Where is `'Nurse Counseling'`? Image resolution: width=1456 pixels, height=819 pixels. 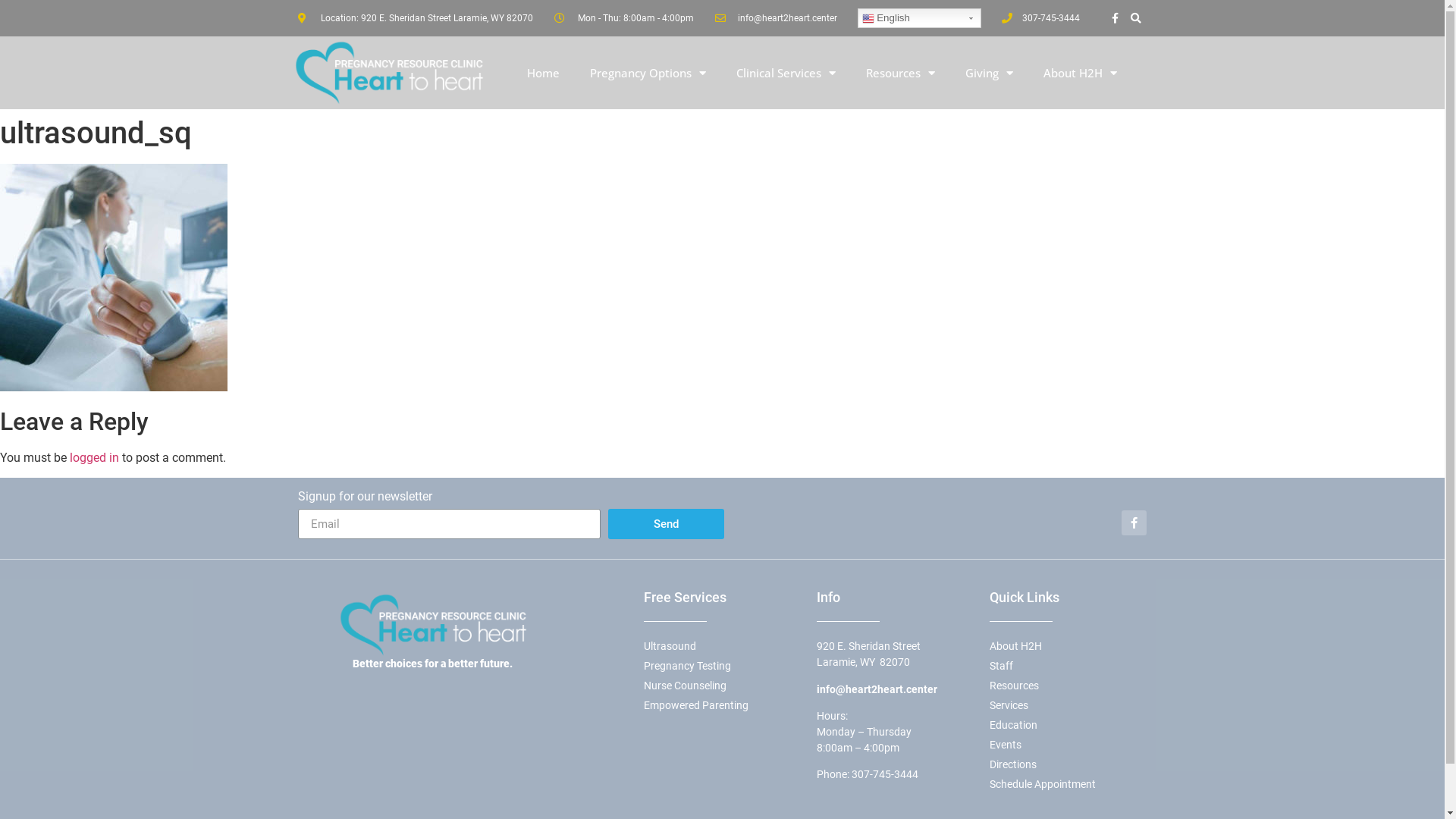
'Nurse Counseling' is located at coordinates (720, 686).